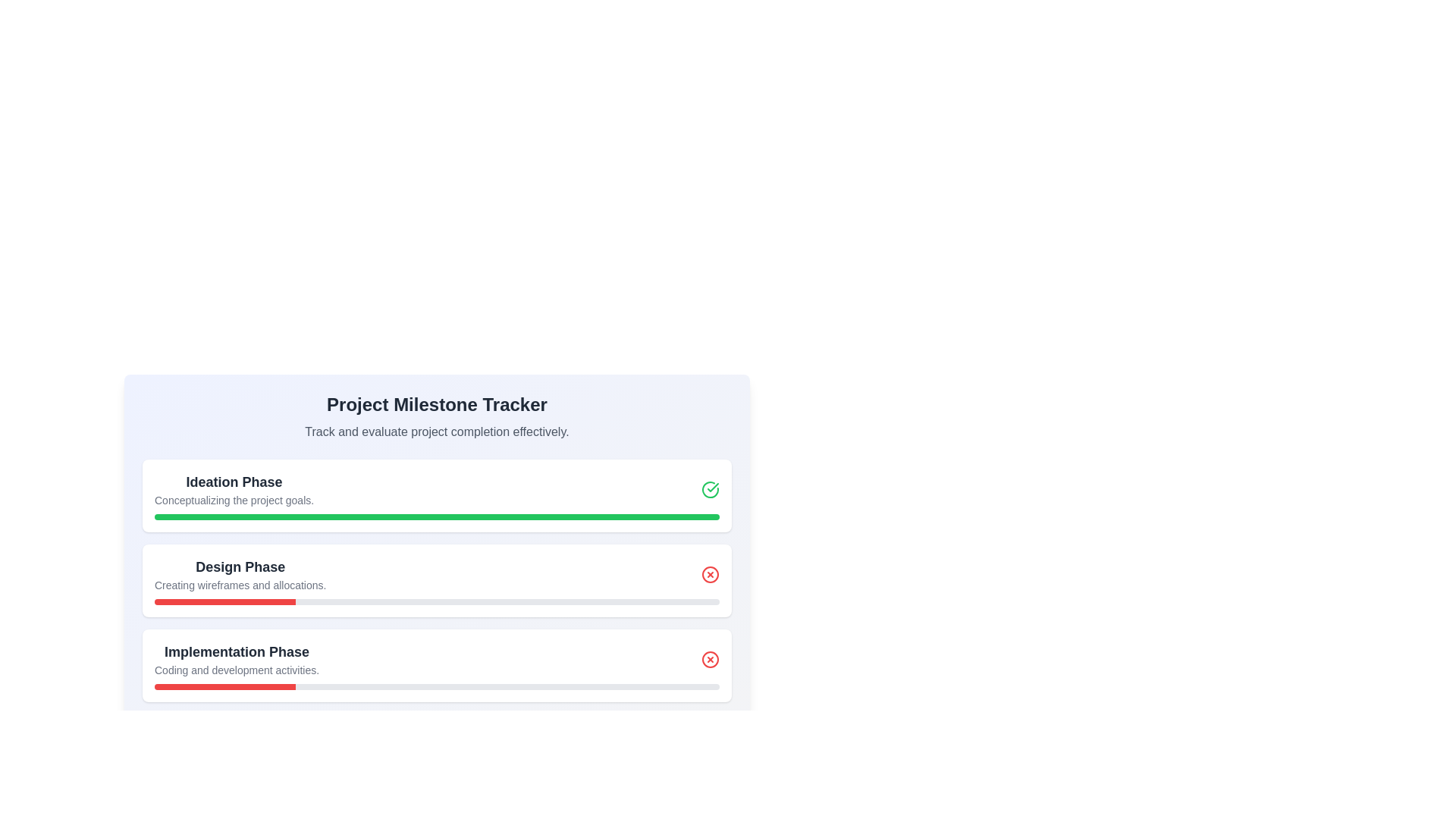 The width and height of the screenshot is (1456, 819). I want to click on the text label that reads 'Design Phase', which is a bold, dark gray header in the second section of the milestone tracker interface, so click(240, 567).